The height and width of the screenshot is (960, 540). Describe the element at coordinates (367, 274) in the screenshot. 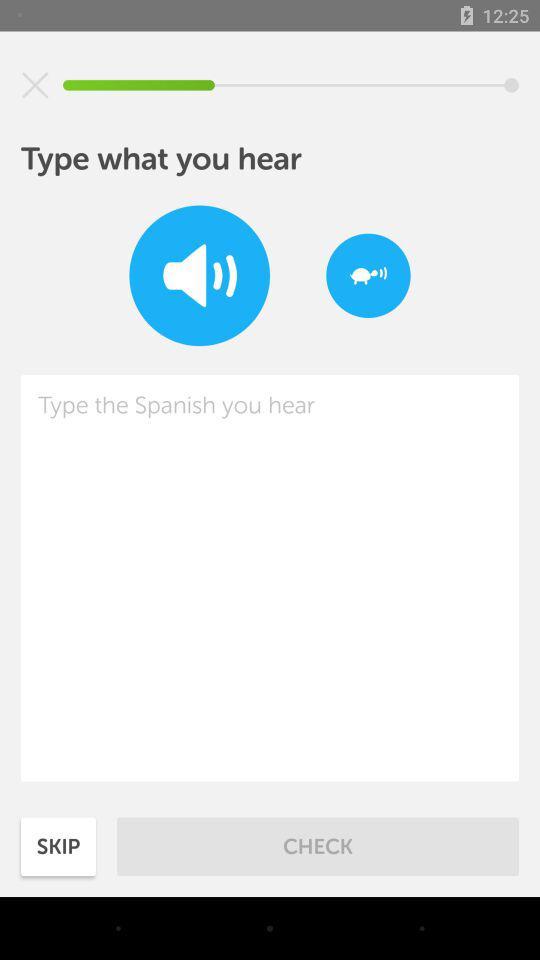

I see `speak slowly` at that location.